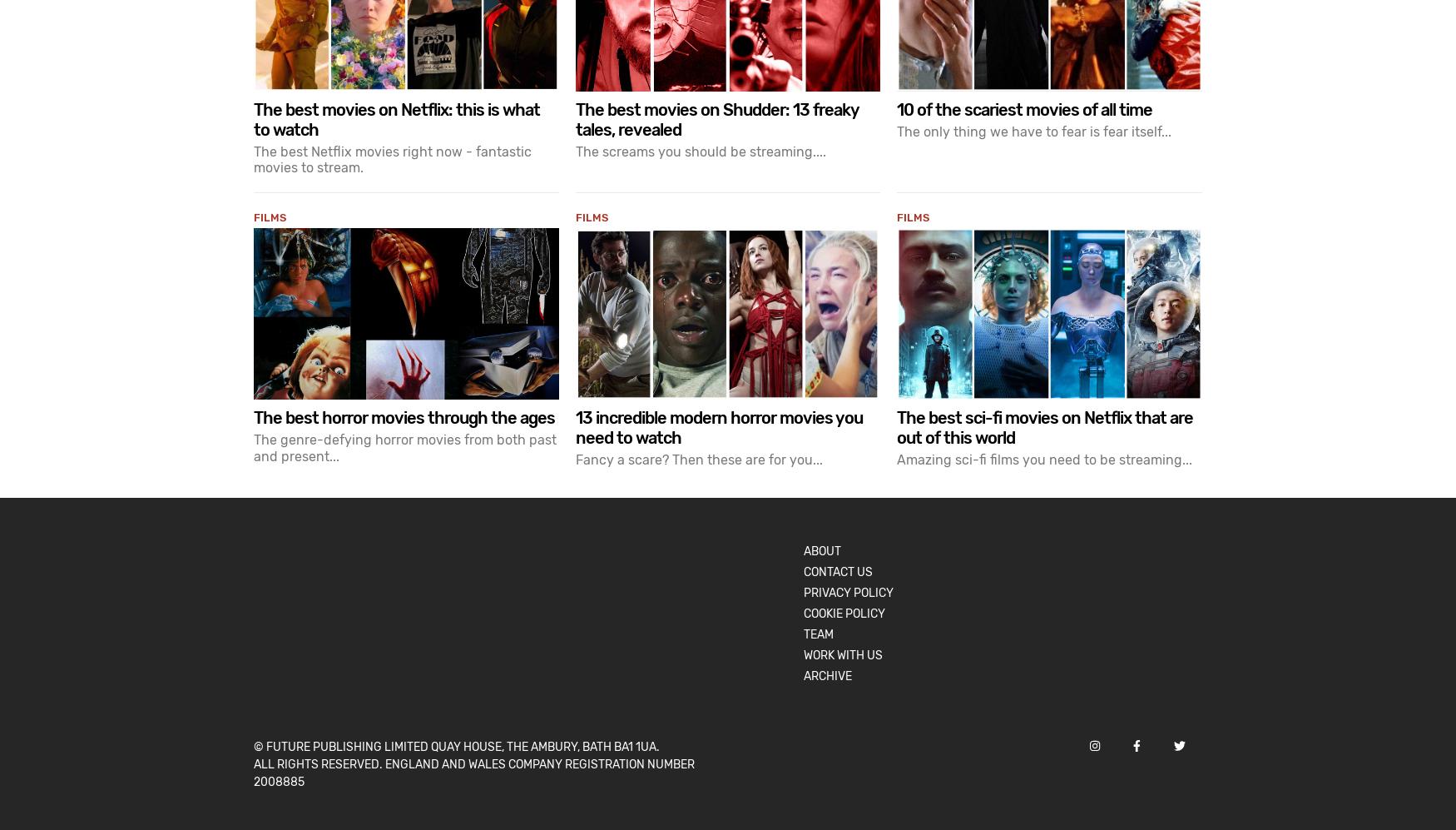 The height and width of the screenshot is (830, 1456). Describe the element at coordinates (473, 773) in the screenshot. I see `'All rights reserved. England and Wales company registration number 2008885'` at that location.